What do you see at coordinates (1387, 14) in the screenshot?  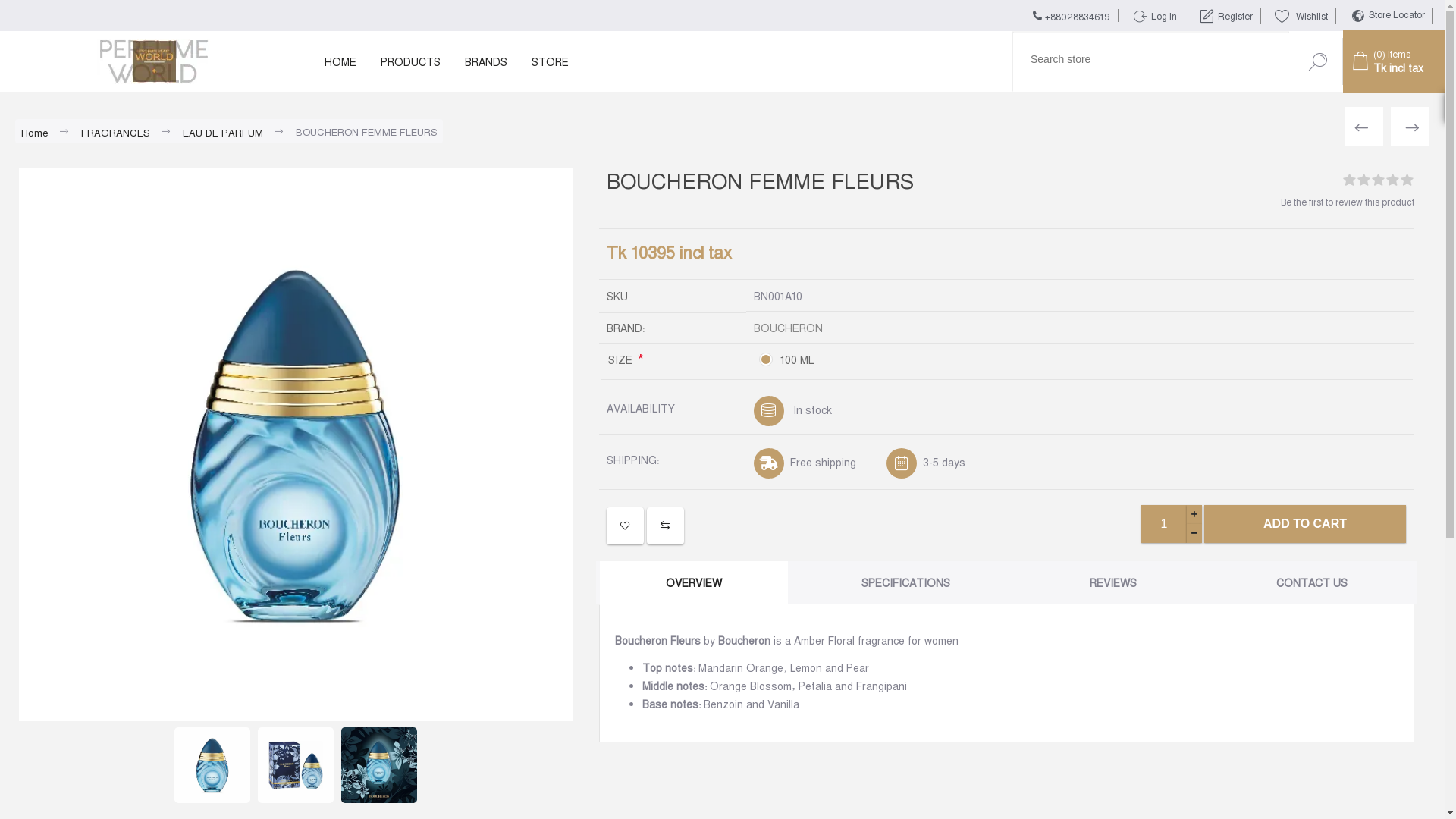 I see `'Store Locator'` at bounding box center [1387, 14].